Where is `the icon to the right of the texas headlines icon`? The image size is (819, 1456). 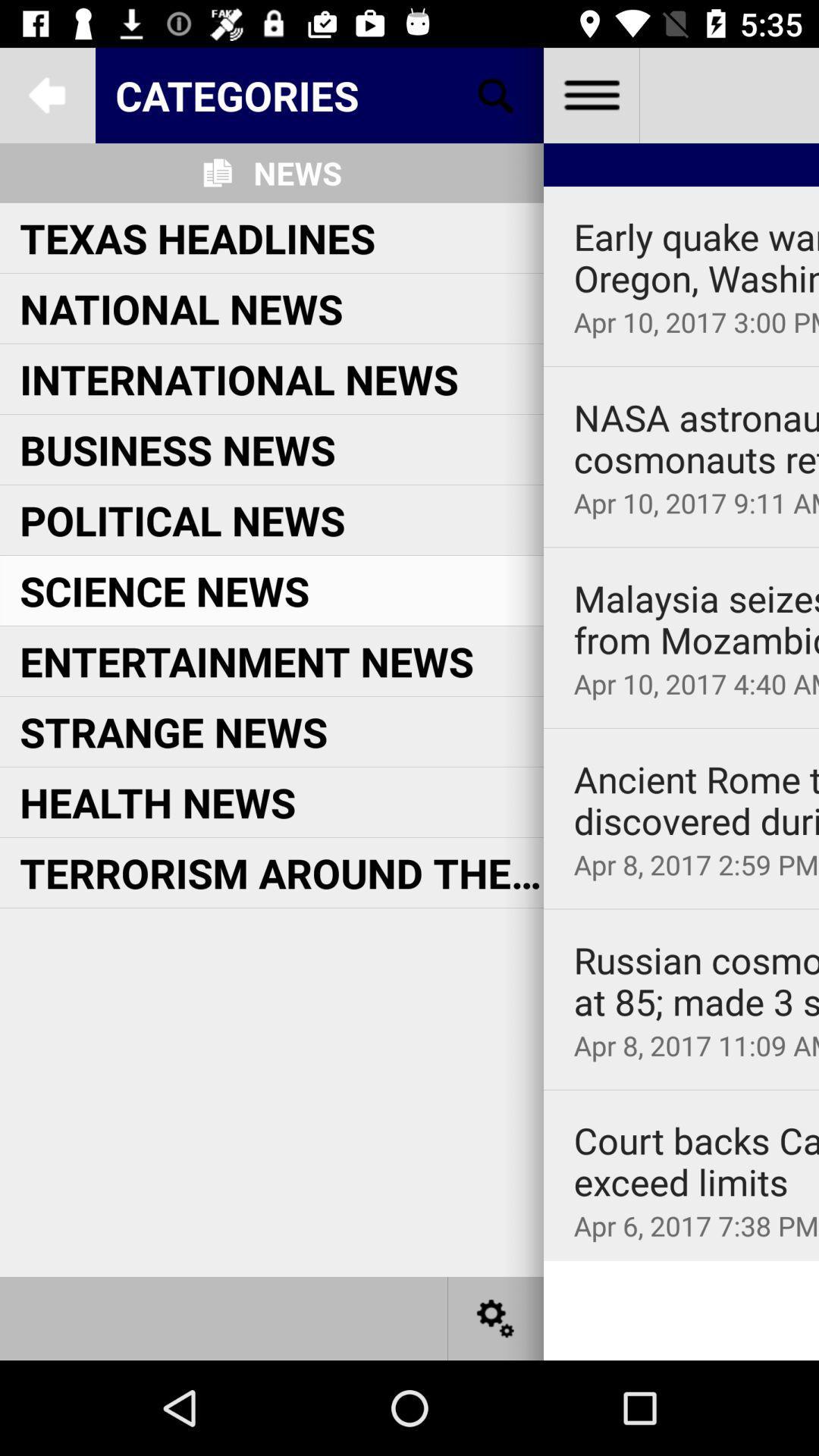 the icon to the right of the texas headlines icon is located at coordinates (696, 258).